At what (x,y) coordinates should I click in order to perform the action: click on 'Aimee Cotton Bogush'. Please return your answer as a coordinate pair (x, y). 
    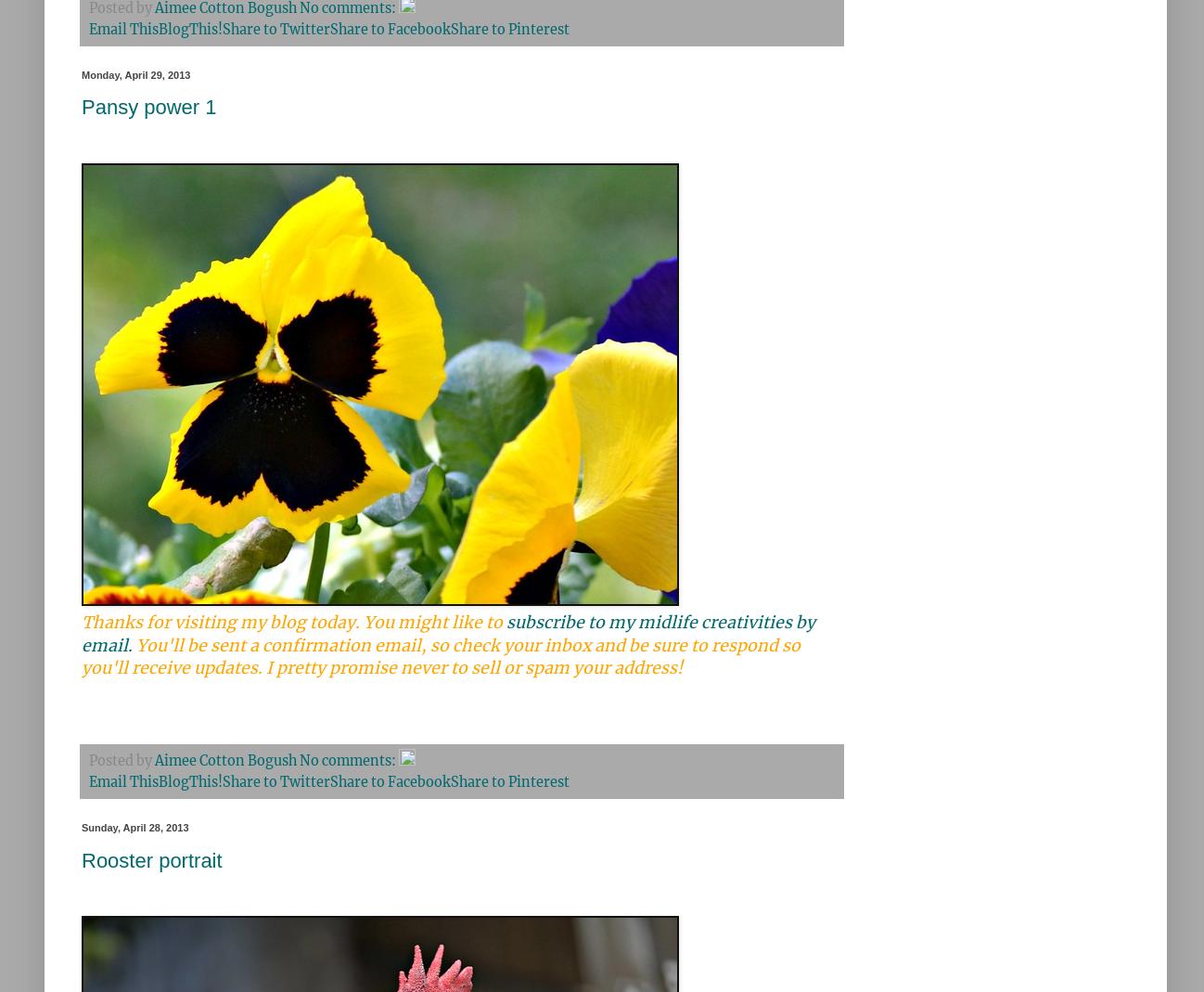
    Looking at the image, I should click on (225, 761).